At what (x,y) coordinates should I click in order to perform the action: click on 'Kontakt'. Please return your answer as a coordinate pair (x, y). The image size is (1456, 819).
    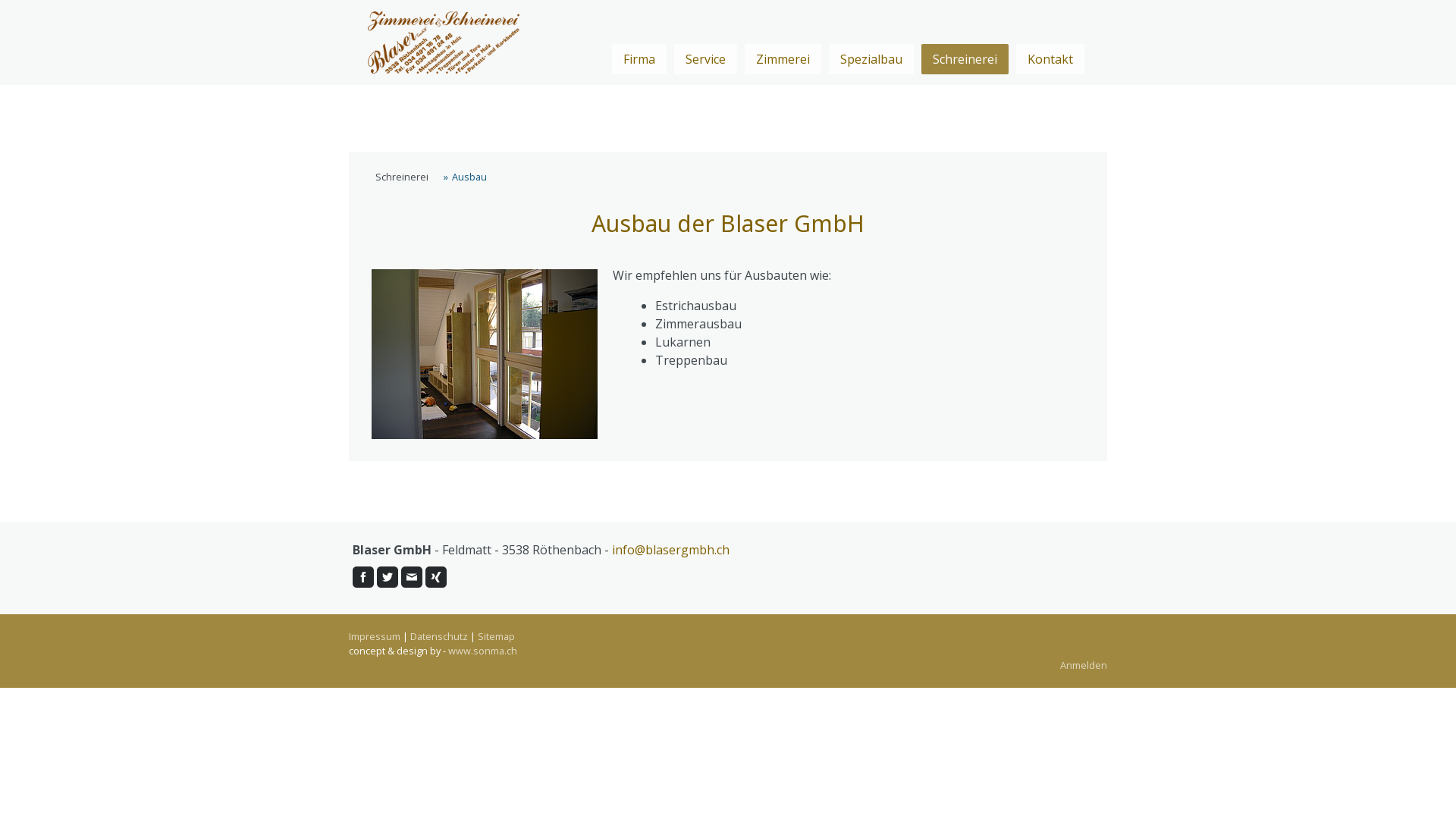
    Looking at the image, I should click on (1050, 58).